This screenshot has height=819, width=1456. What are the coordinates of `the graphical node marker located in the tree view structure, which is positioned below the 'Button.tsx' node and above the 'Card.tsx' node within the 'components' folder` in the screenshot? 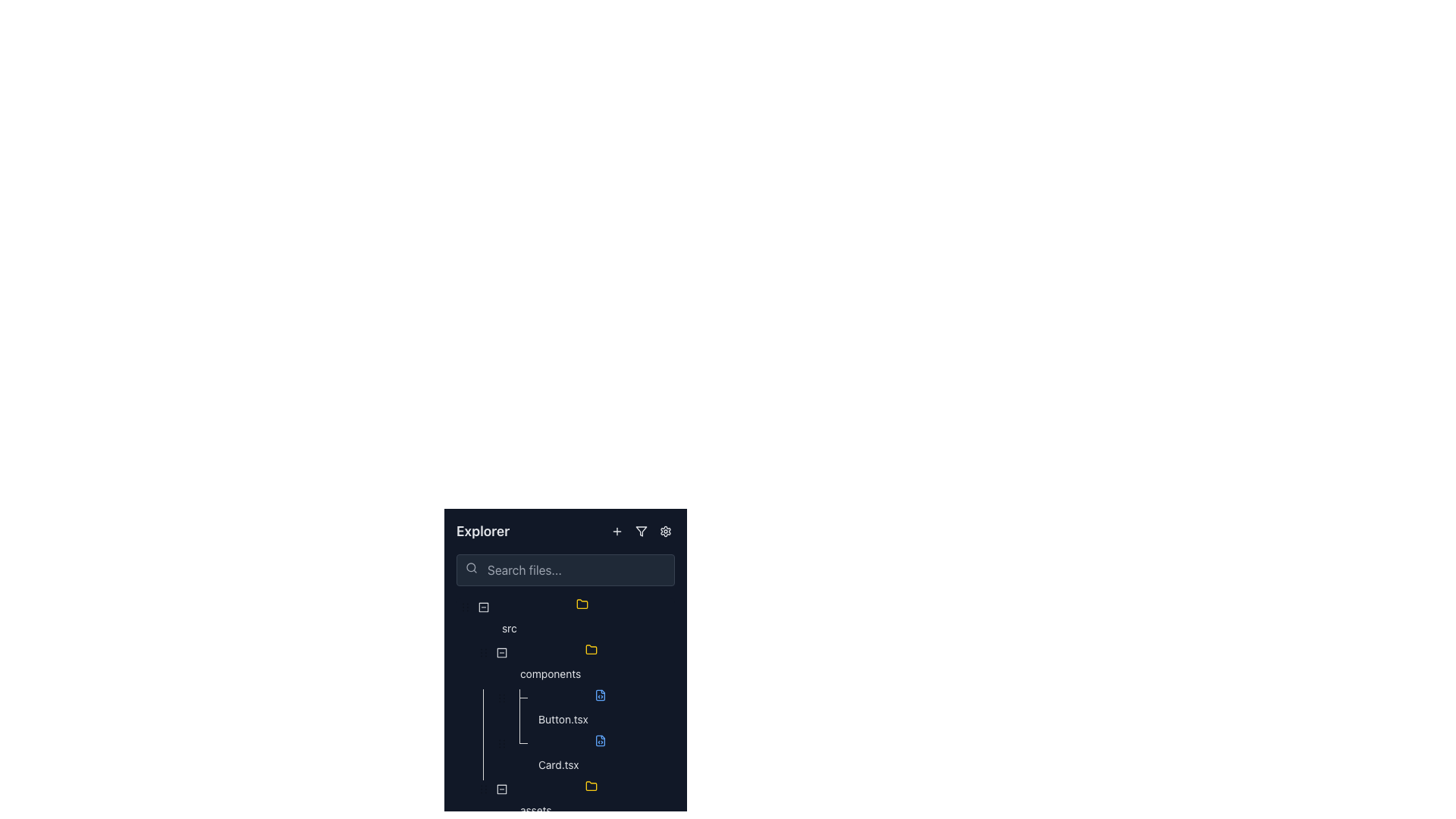 It's located at (502, 742).